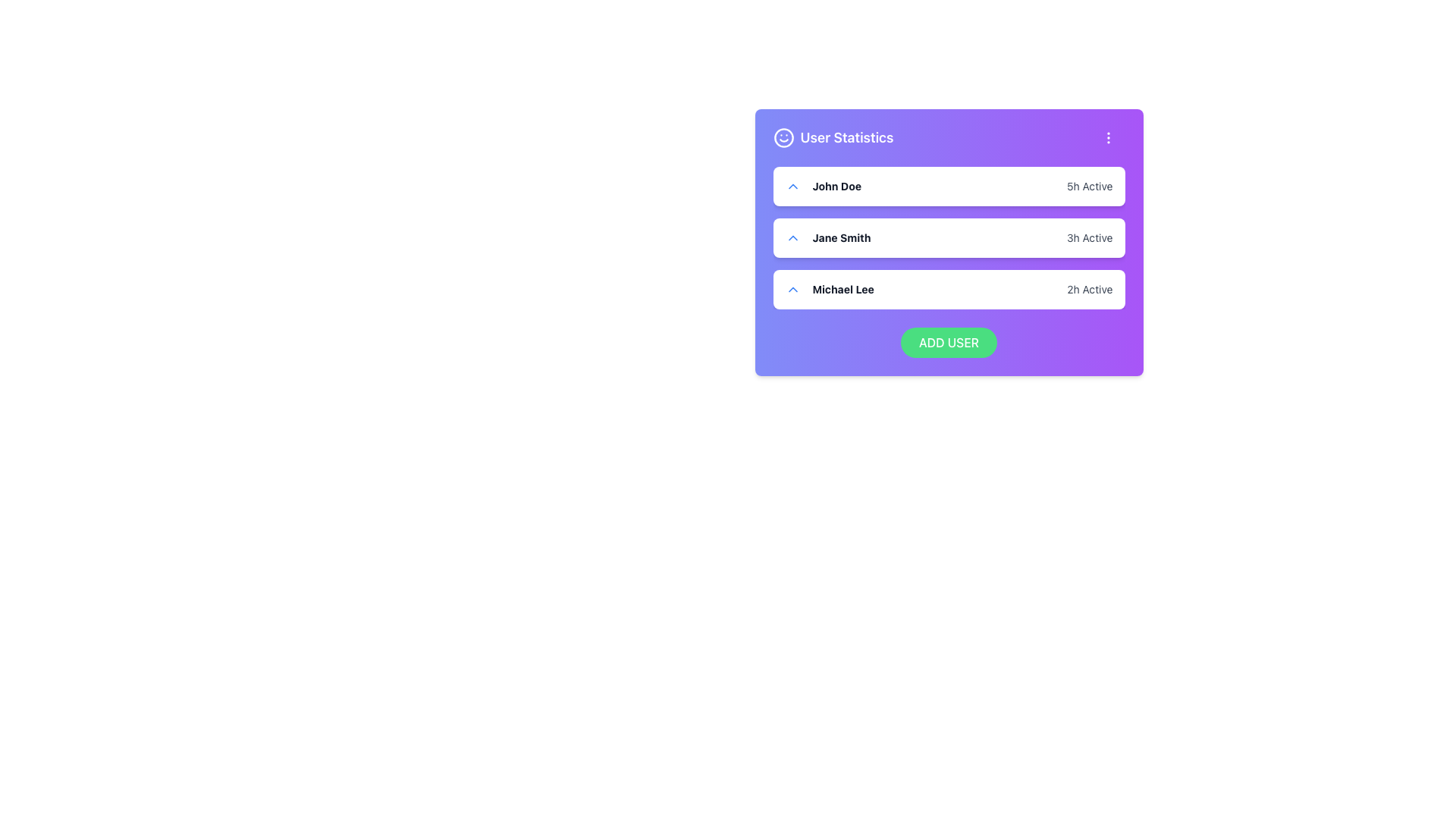 The width and height of the screenshot is (1456, 819). I want to click on the chevron icon located in the topmost user row under 'User Statistics' to interact with the collapse/expand functionality, so click(792, 186).